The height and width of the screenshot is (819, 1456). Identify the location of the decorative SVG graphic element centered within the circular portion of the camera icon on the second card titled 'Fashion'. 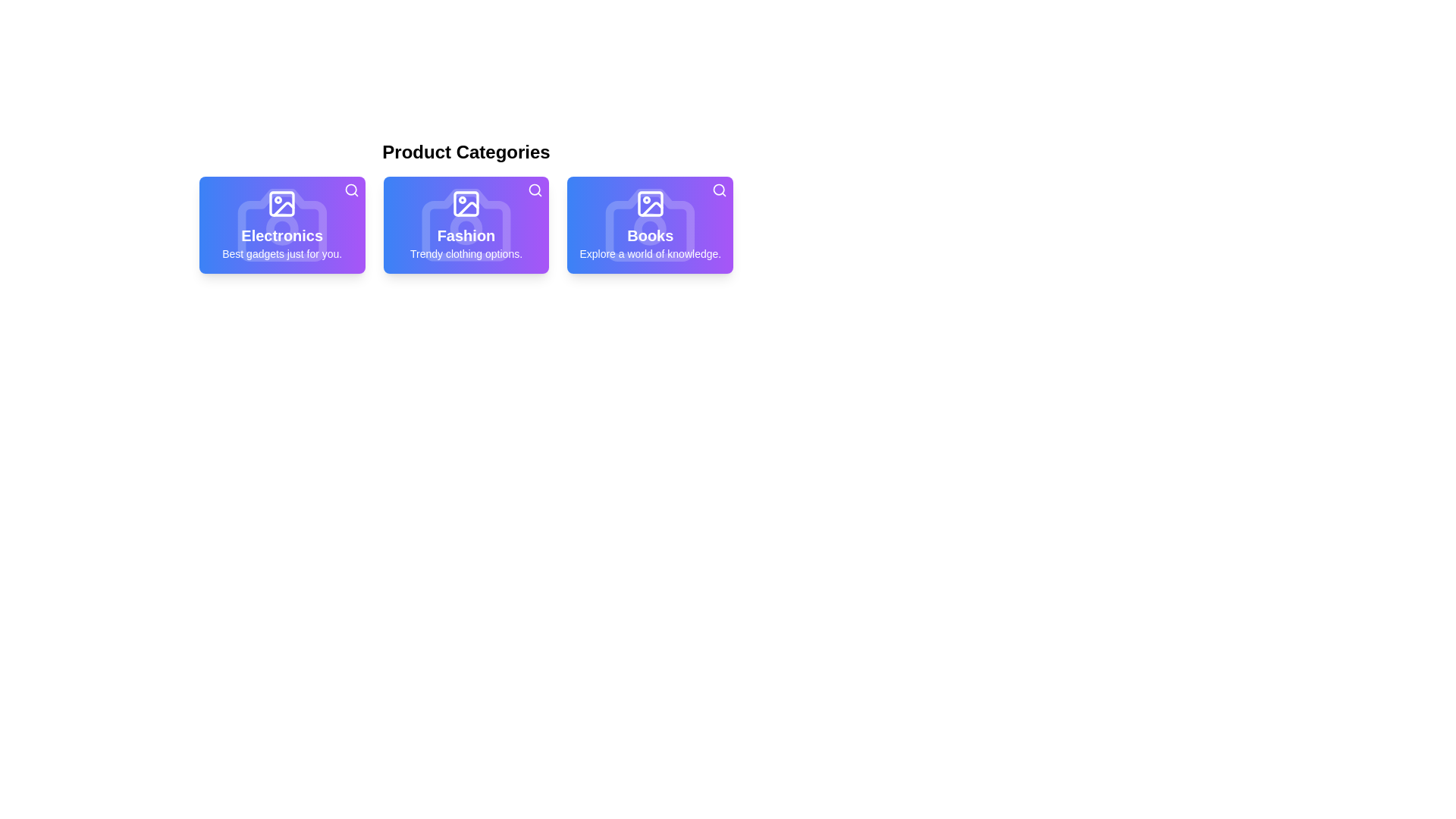
(465, 228).